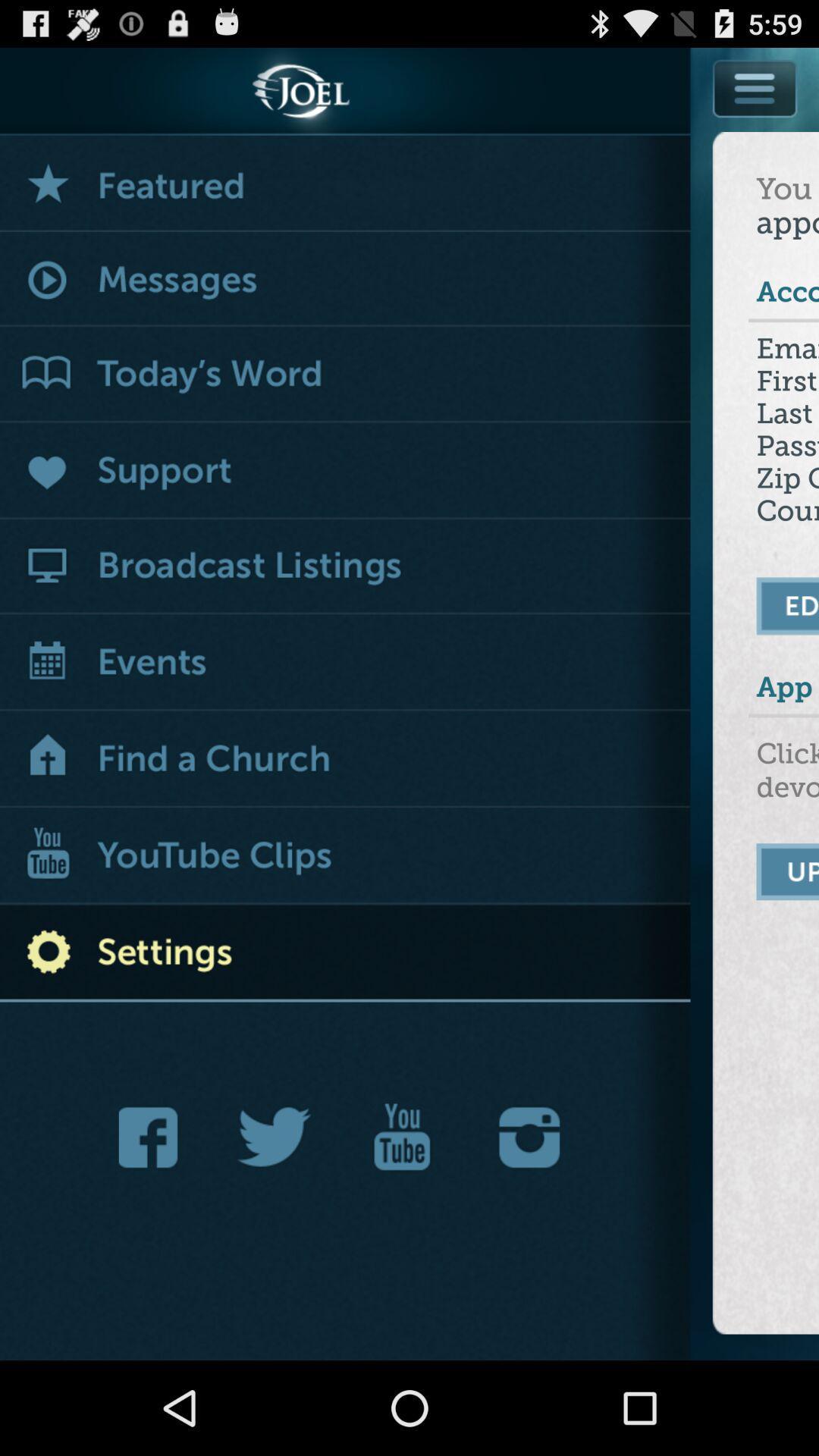 The image size is (819, 1456). I want to click on the date_range icon, so click(401, 1217).